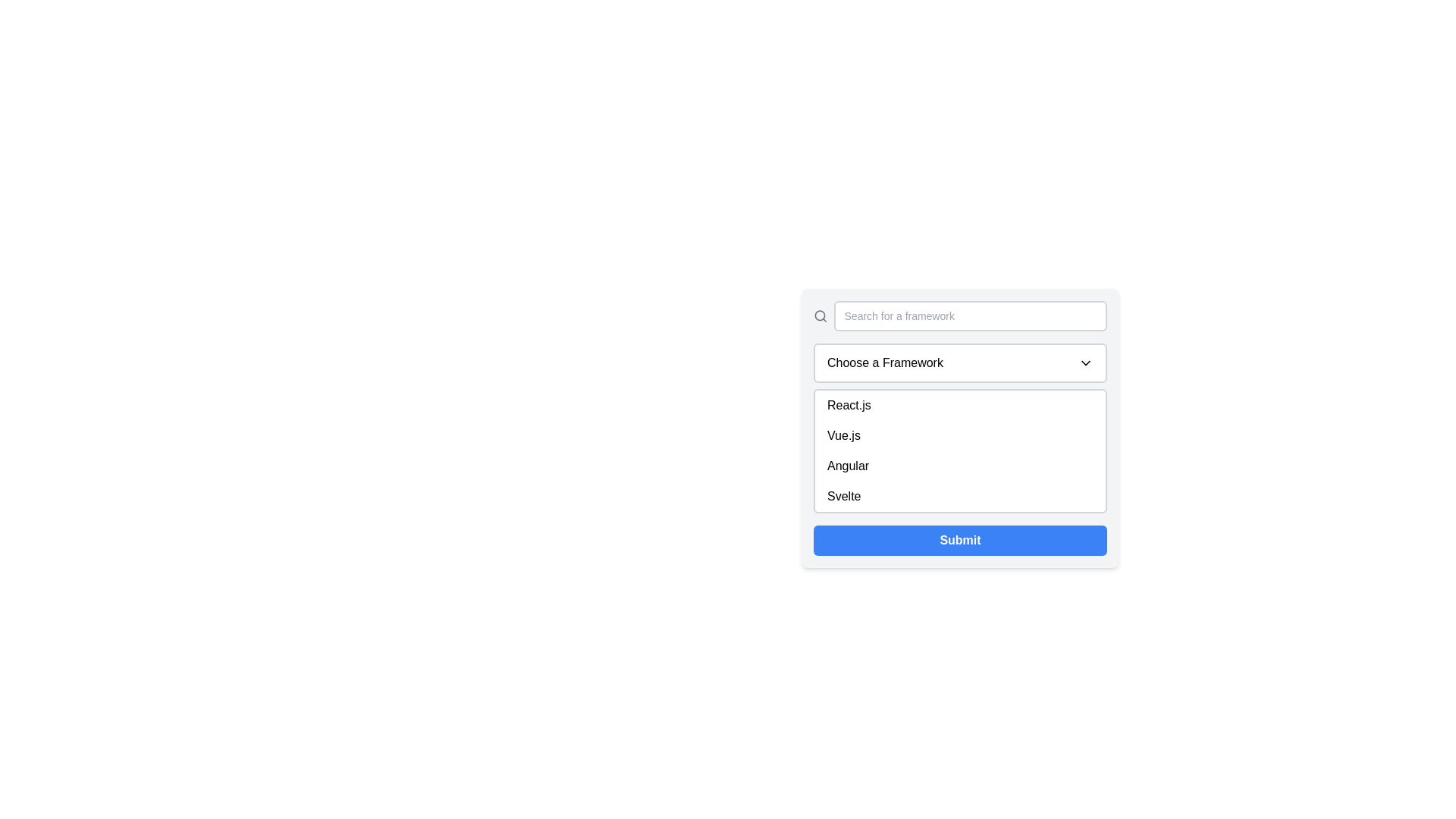 This screenshot has height=819, width=1456. I want to click on the 'Vue.js' selectable item in the dropdown menu, so click(843, 435).